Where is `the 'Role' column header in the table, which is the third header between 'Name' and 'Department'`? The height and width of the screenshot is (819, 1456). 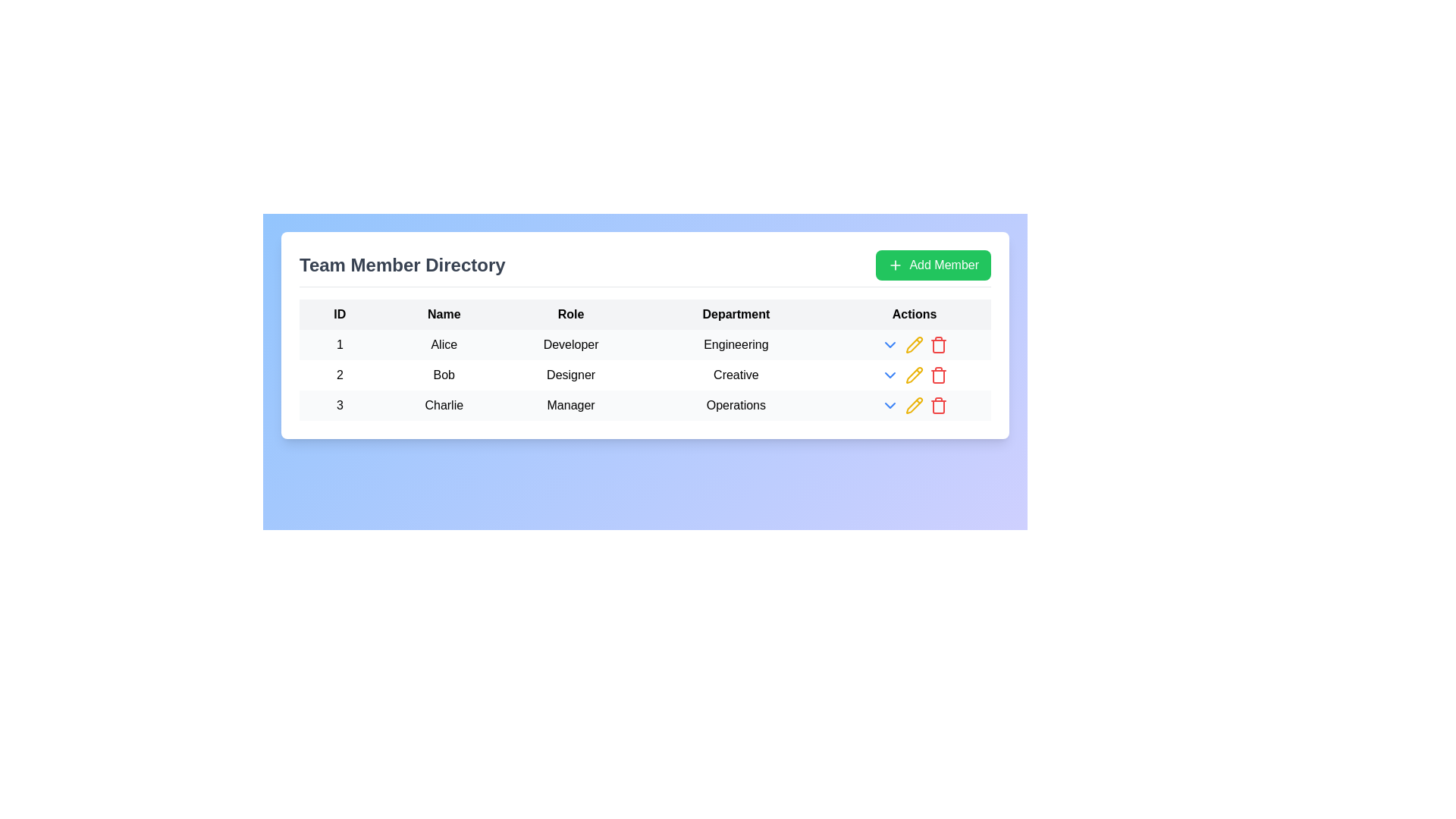 the 'Role' column header in the table, which is the third header between 'Name' and 'Department' is located at coordinates (570, 314).